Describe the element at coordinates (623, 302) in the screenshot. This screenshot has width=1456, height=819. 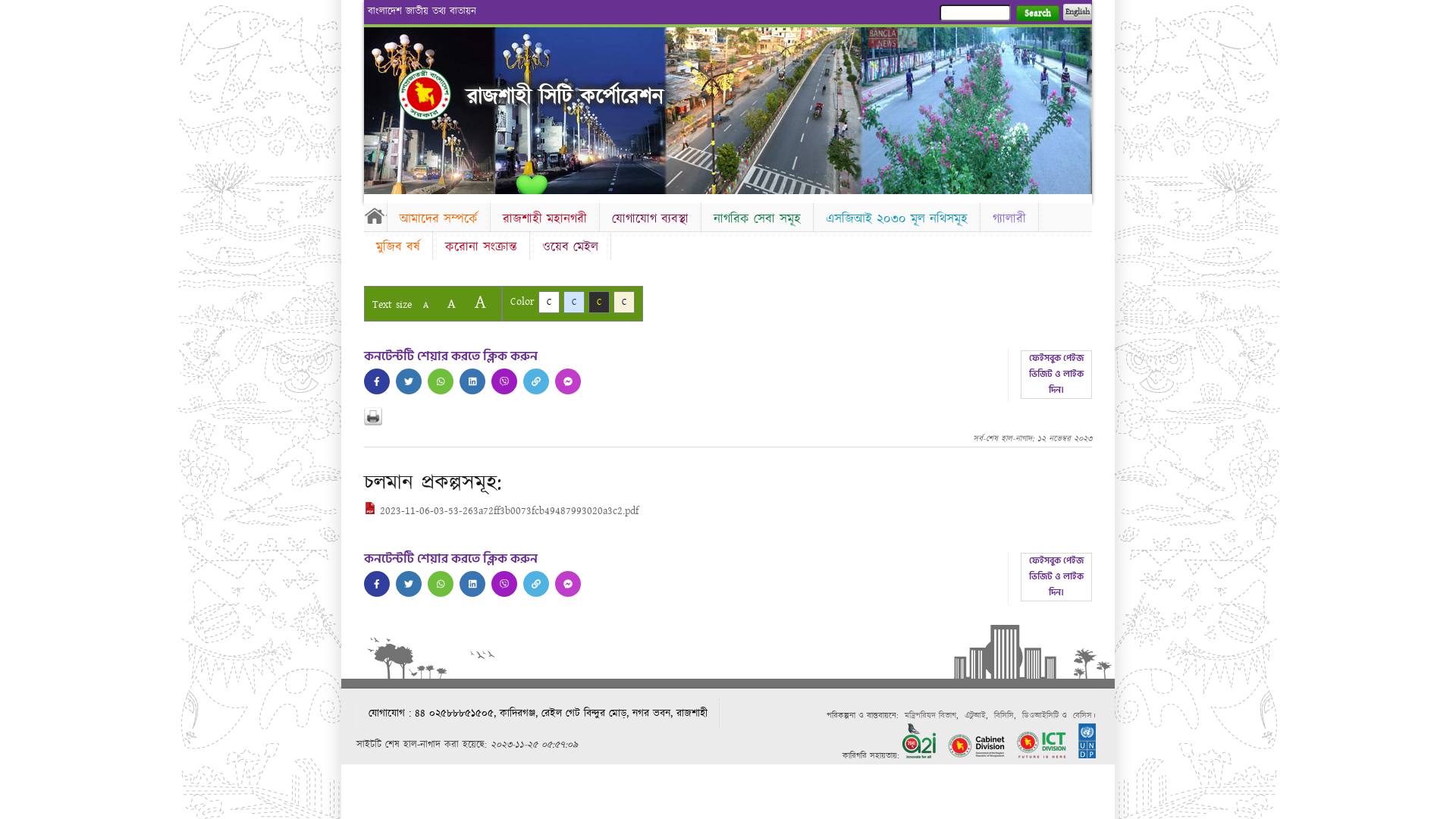
I see `'C'` at that location.